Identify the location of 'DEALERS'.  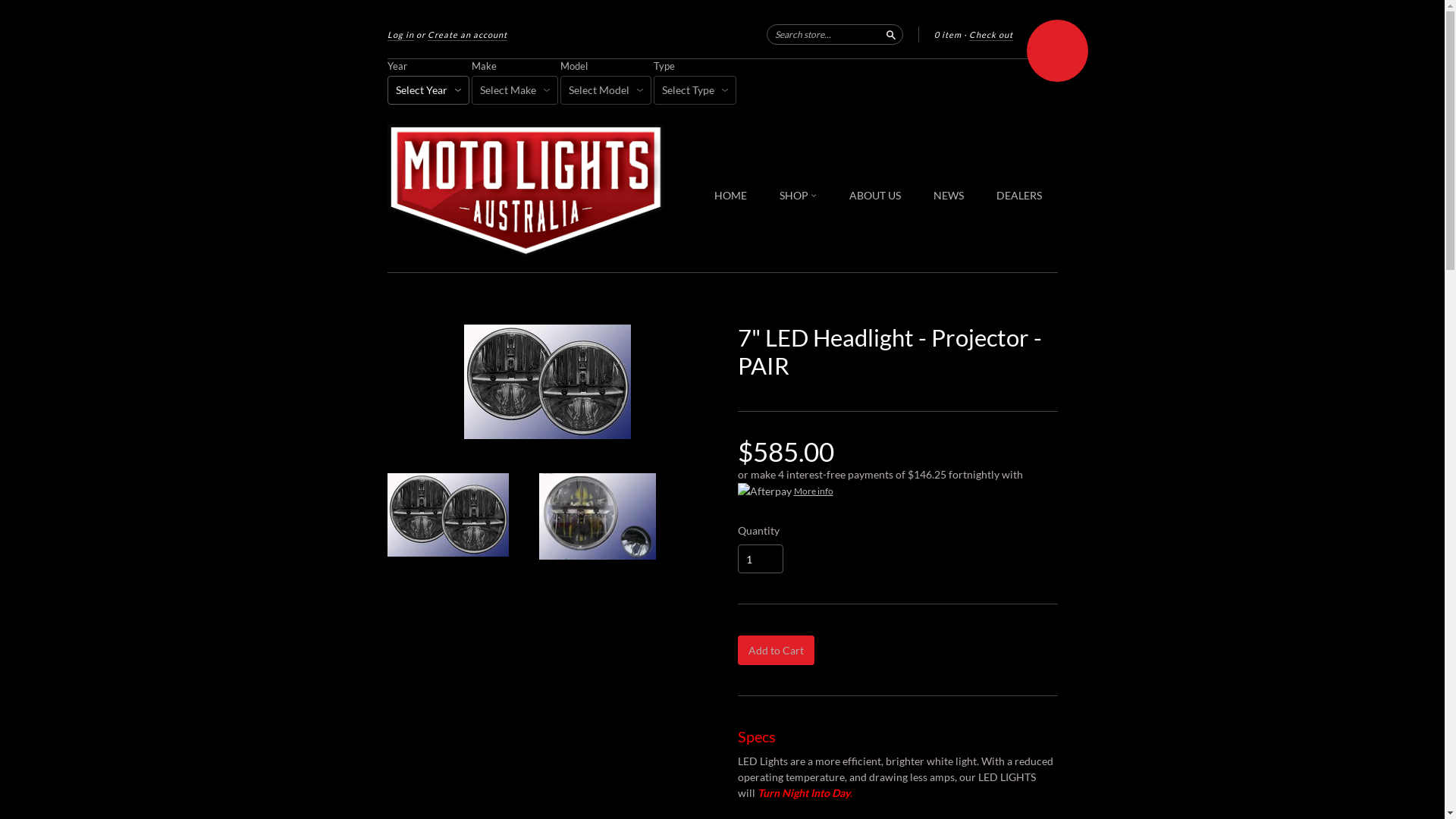
(996, 194).